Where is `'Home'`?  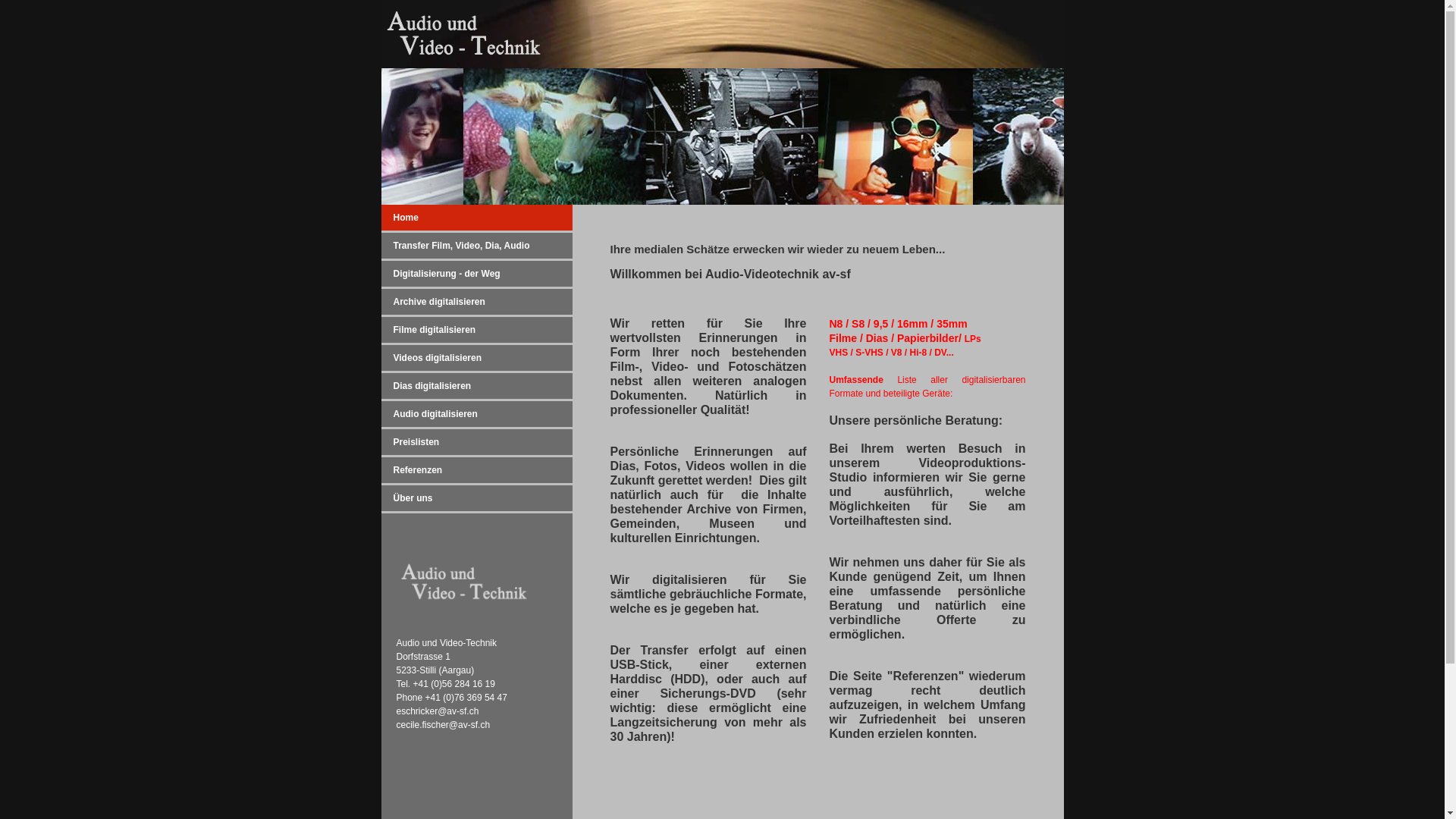
'Home' is located at coordinates (381, 217).